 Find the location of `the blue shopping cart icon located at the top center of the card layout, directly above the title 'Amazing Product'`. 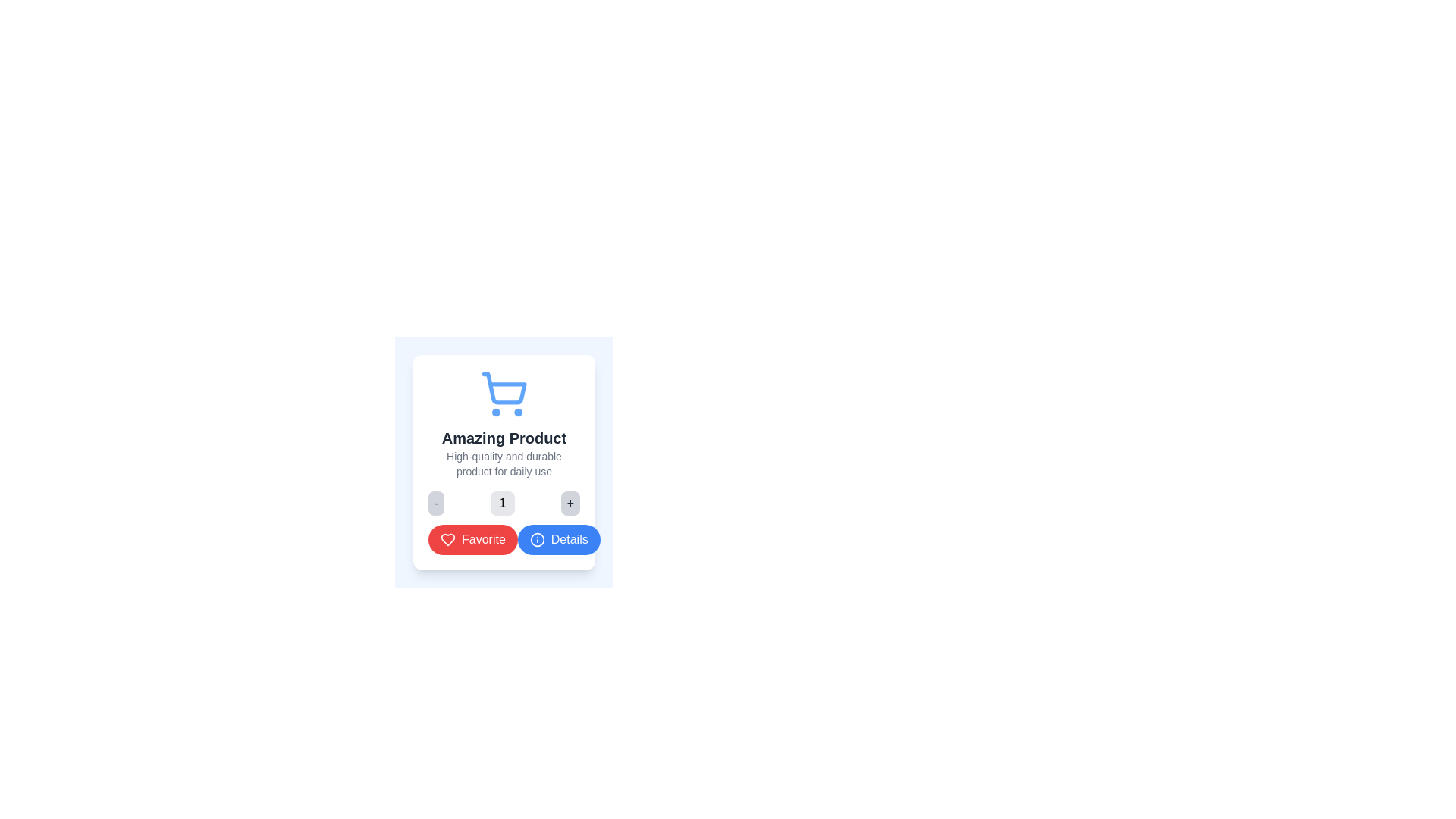

the blue shopping cart icon located at the top center of the card layout, directly above the title 'Amazing Product' is located at coordinates (504, 394).